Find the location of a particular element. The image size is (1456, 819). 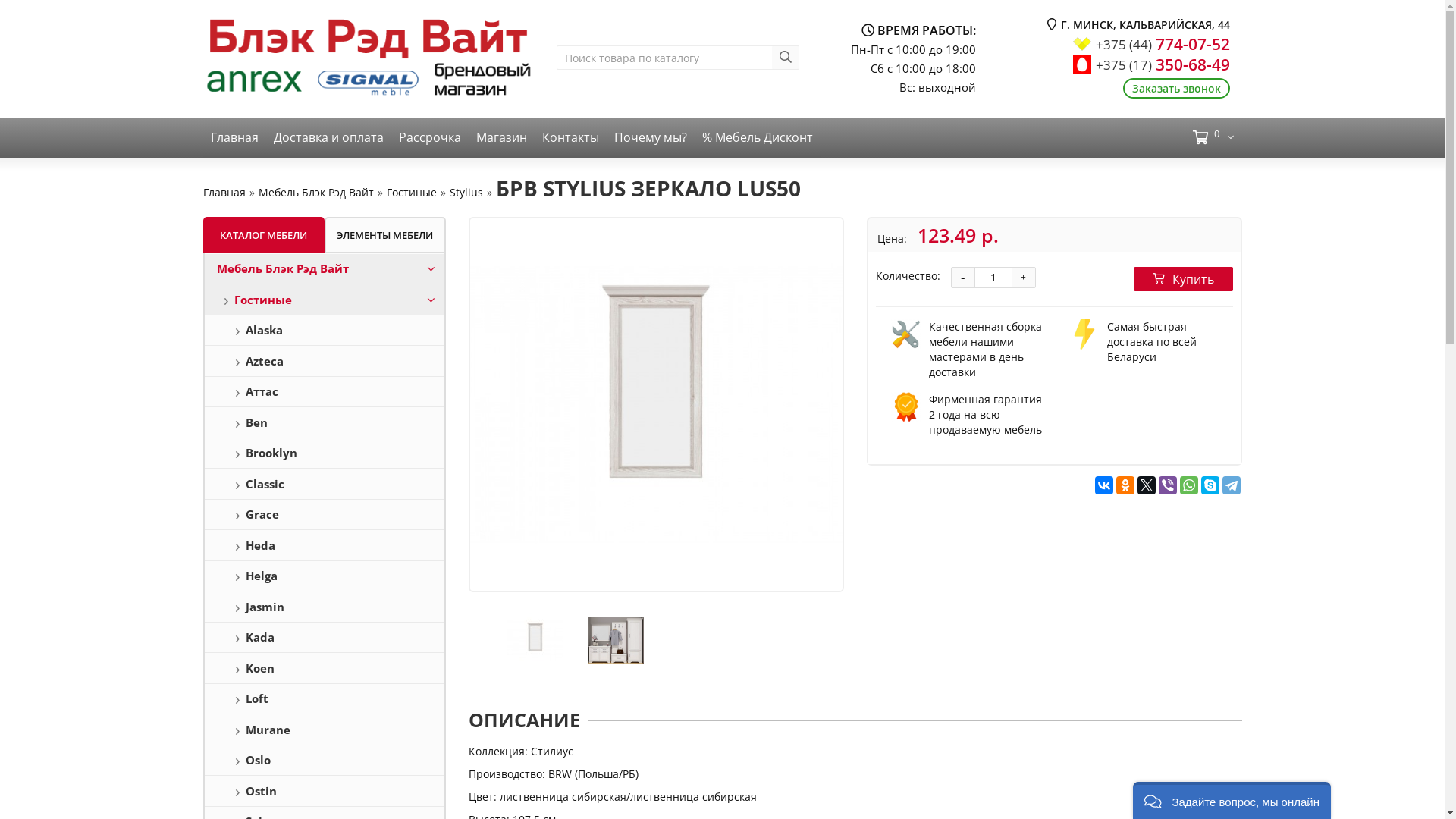

'Stylius' is located at coordinates (465, 191).